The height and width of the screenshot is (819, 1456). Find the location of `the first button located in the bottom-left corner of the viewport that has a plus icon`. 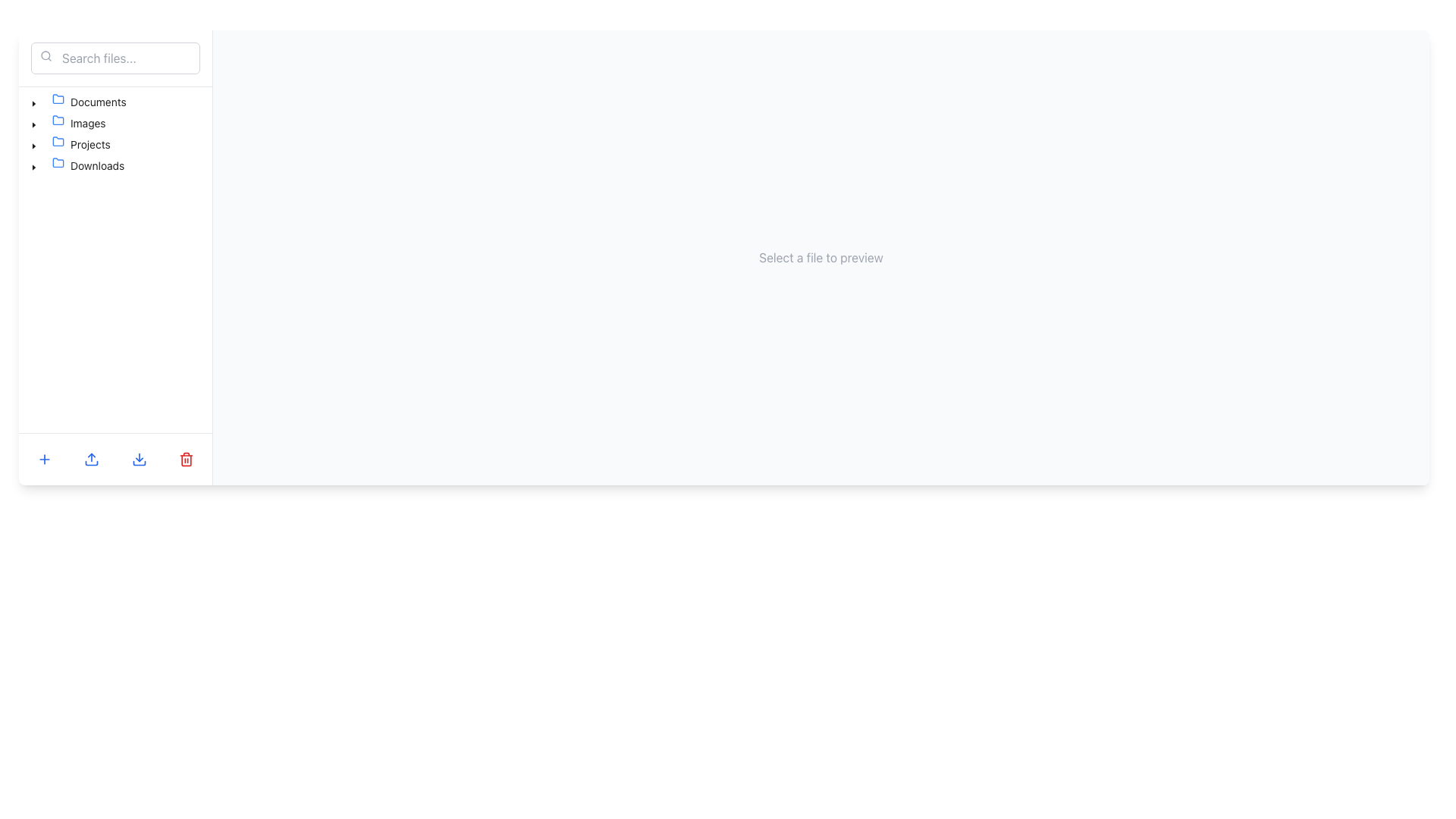

the first button located in the bottom-left corner of the viewport that has a plus icon is located at coordinates (44, 458).